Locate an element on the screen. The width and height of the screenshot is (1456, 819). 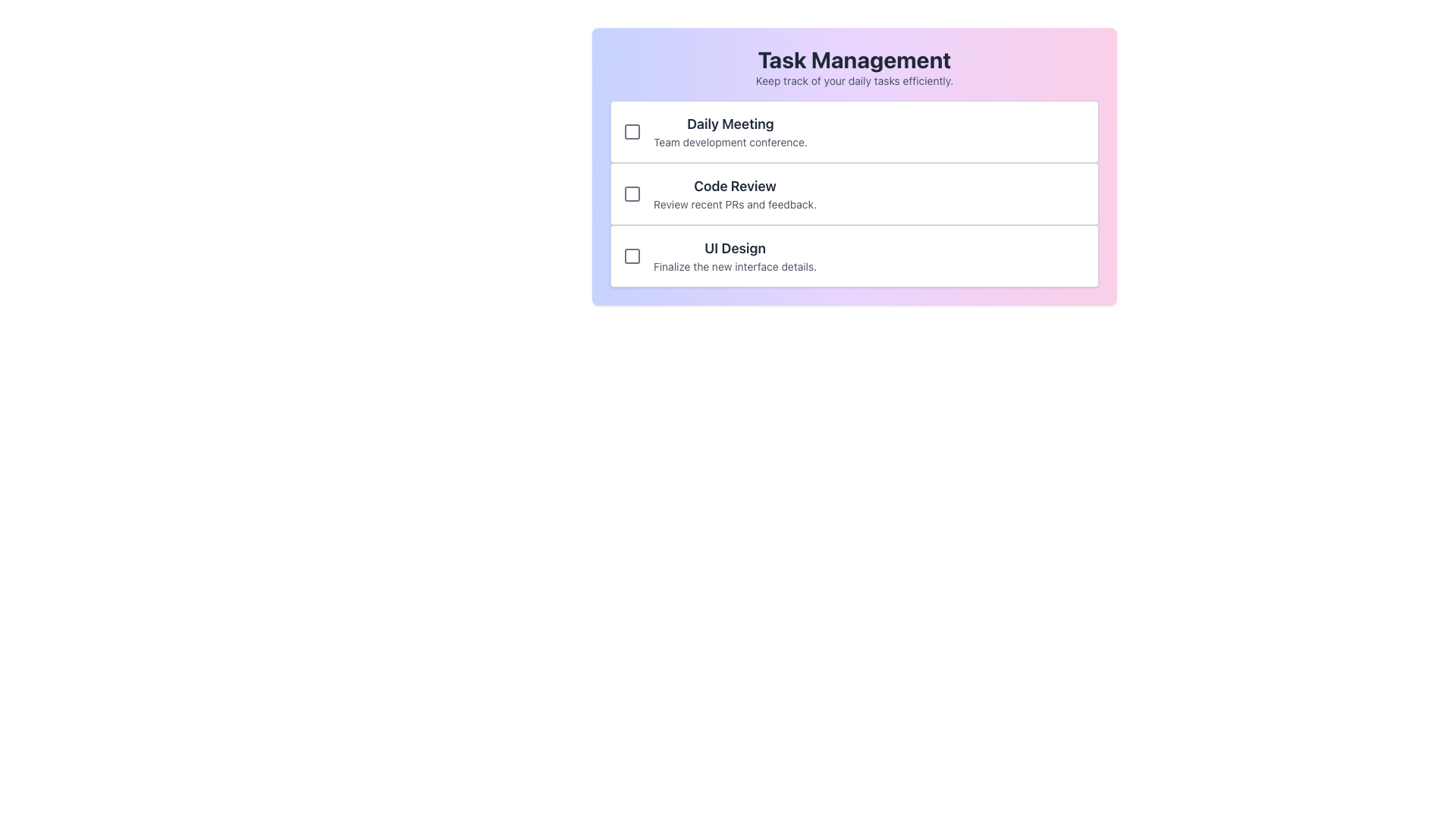
the small square SVG icon with rounded corners, located to the left of the 'Daily Meeting' text in the task management interface is located at coordinates (632, 130).